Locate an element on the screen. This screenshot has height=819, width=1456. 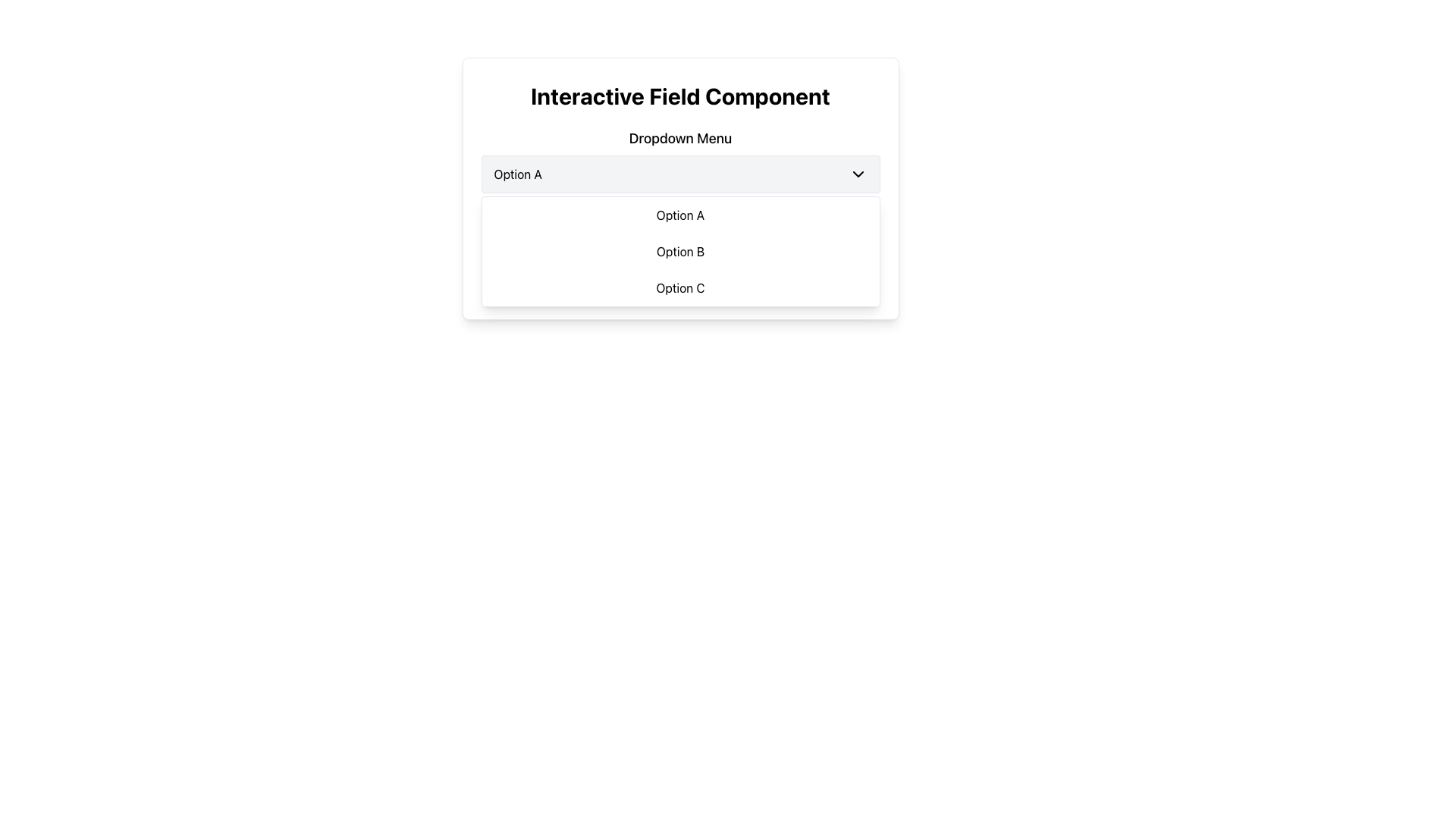
the Dropdown menu located beneath the title 'Interactive Field Component' and the subtitle 'Dropdown Menu' for visual feedback is located at coordinates (679, 188).